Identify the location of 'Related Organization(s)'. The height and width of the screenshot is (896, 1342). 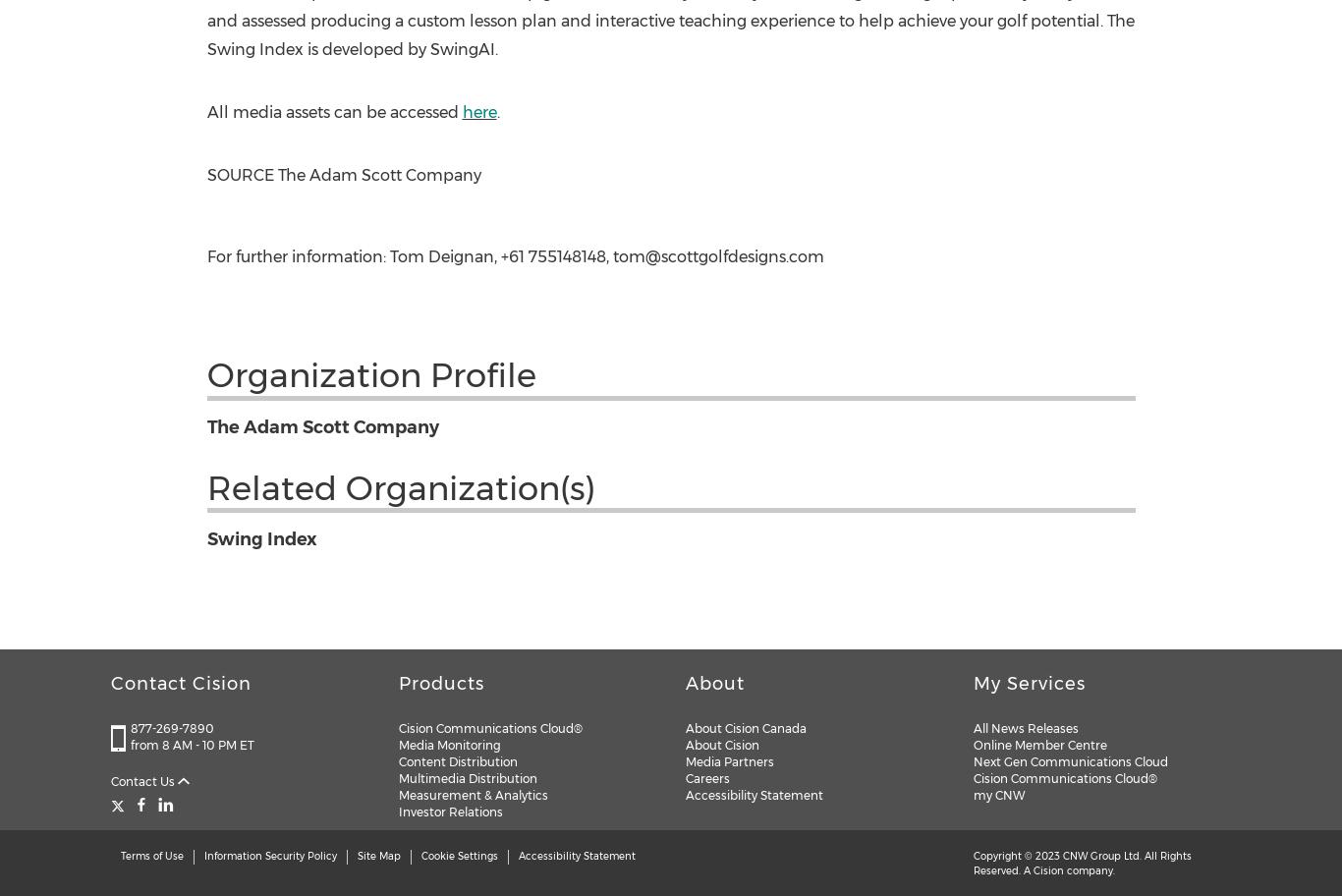
(399, 486).